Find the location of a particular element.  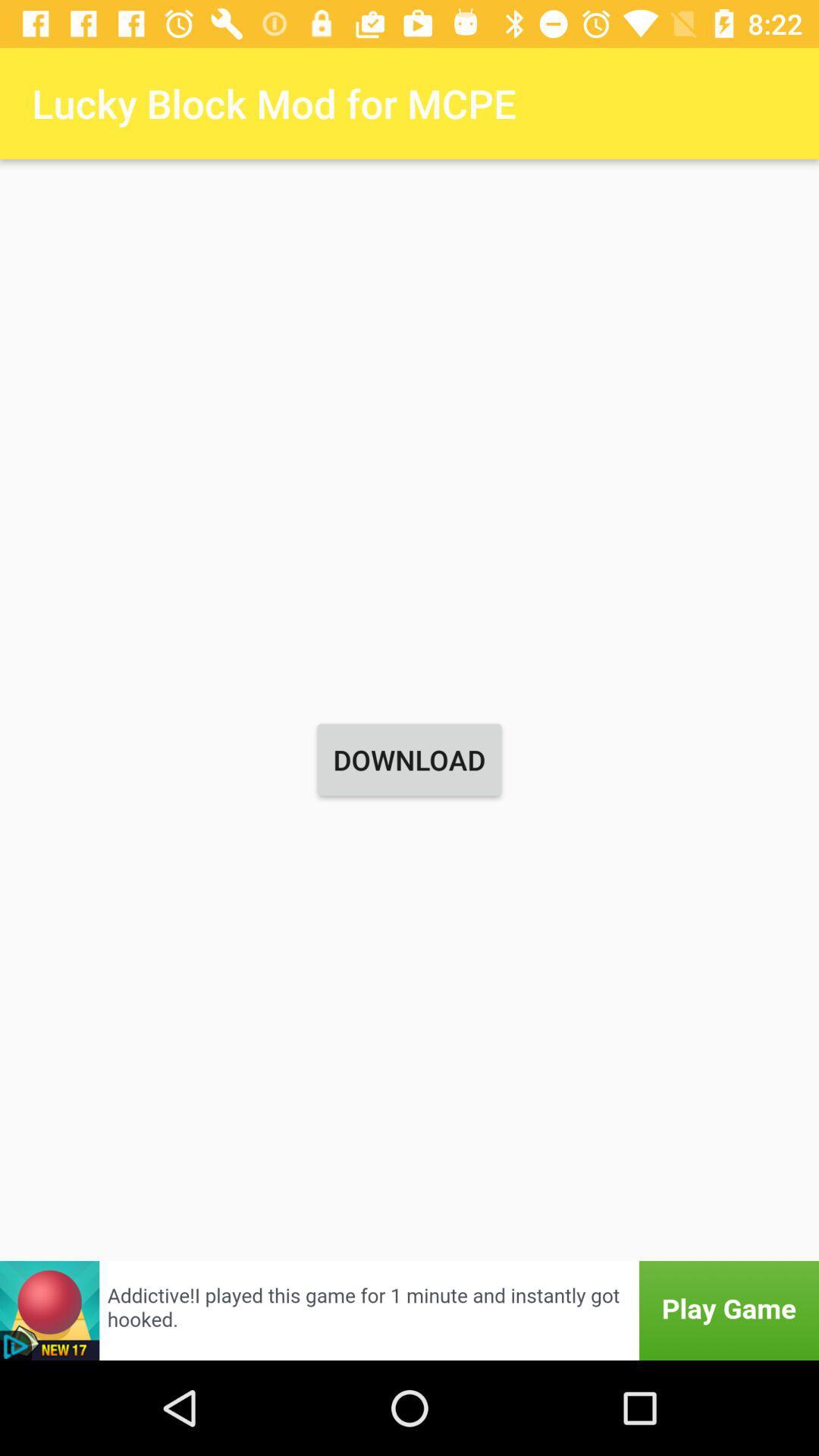

advertisement is located at coordinates (409, 1310).